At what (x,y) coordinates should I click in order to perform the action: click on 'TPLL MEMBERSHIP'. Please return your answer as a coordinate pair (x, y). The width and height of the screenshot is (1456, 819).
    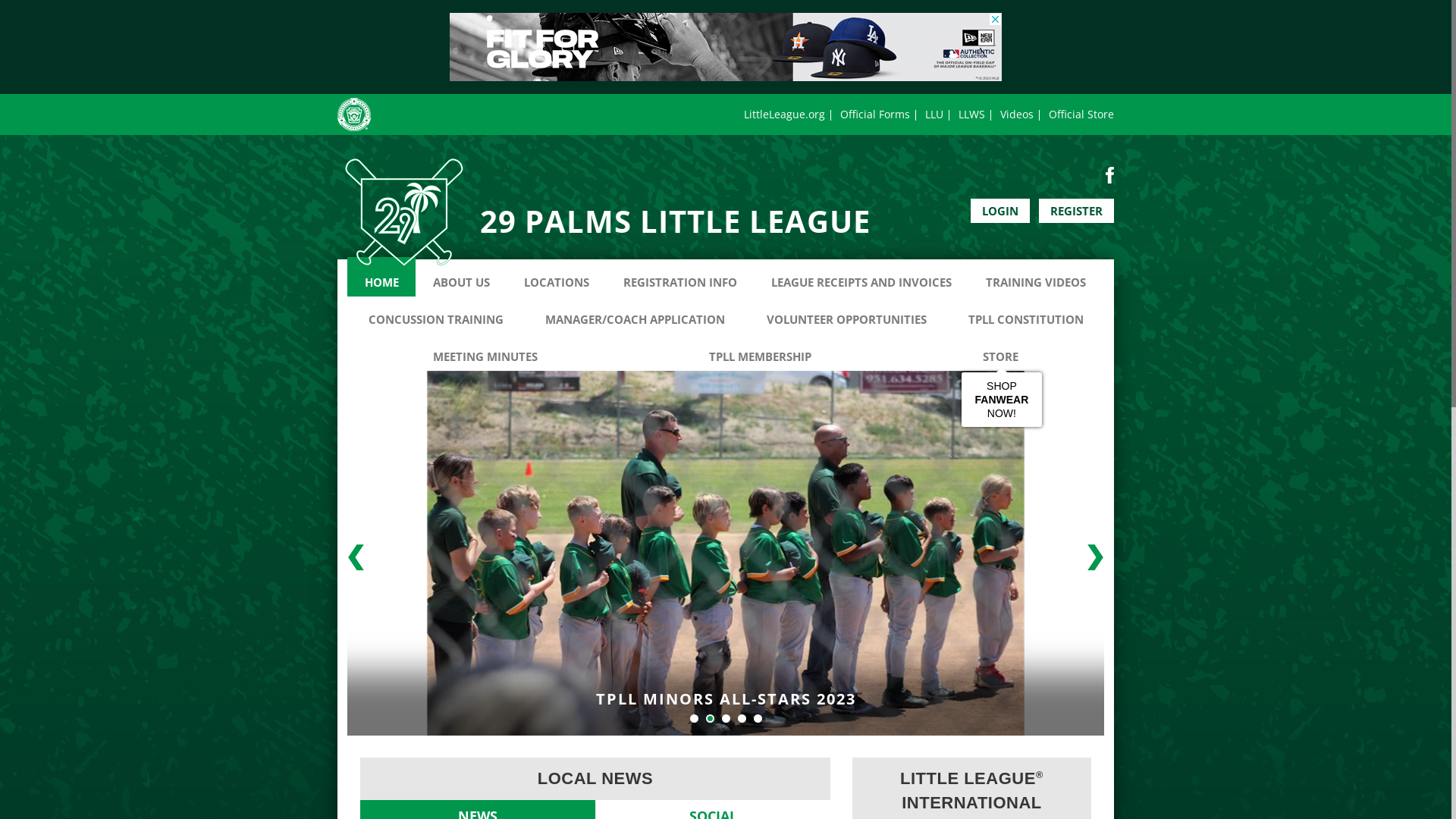
    Looking at the image, I should click on (760, 350).